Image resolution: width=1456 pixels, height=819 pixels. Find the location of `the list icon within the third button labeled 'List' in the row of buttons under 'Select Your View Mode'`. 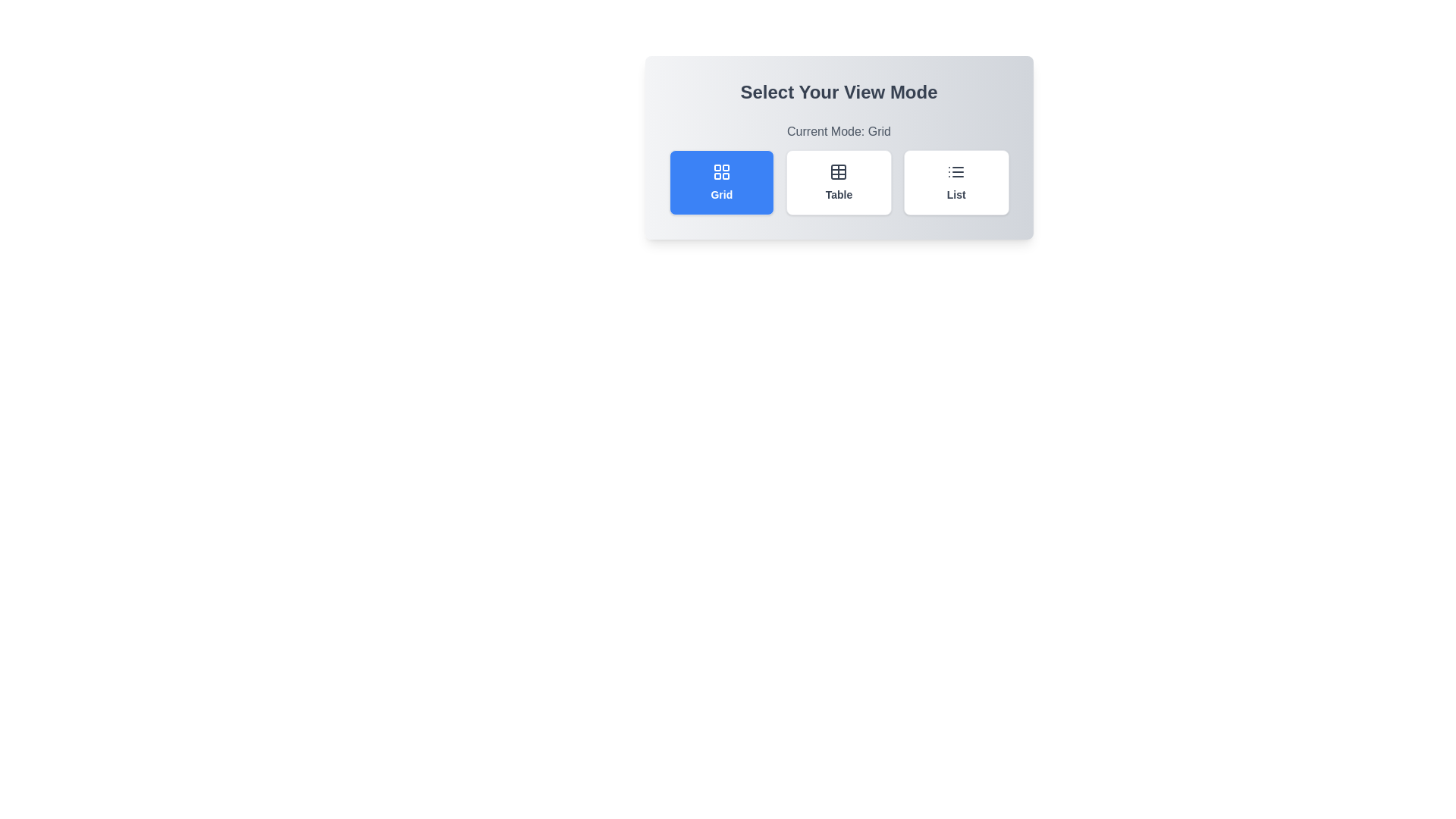

the list icon within the third button labeled 'List' in the row of buttons under 'Select Your View Mode' is located at coordinates (955, 171).